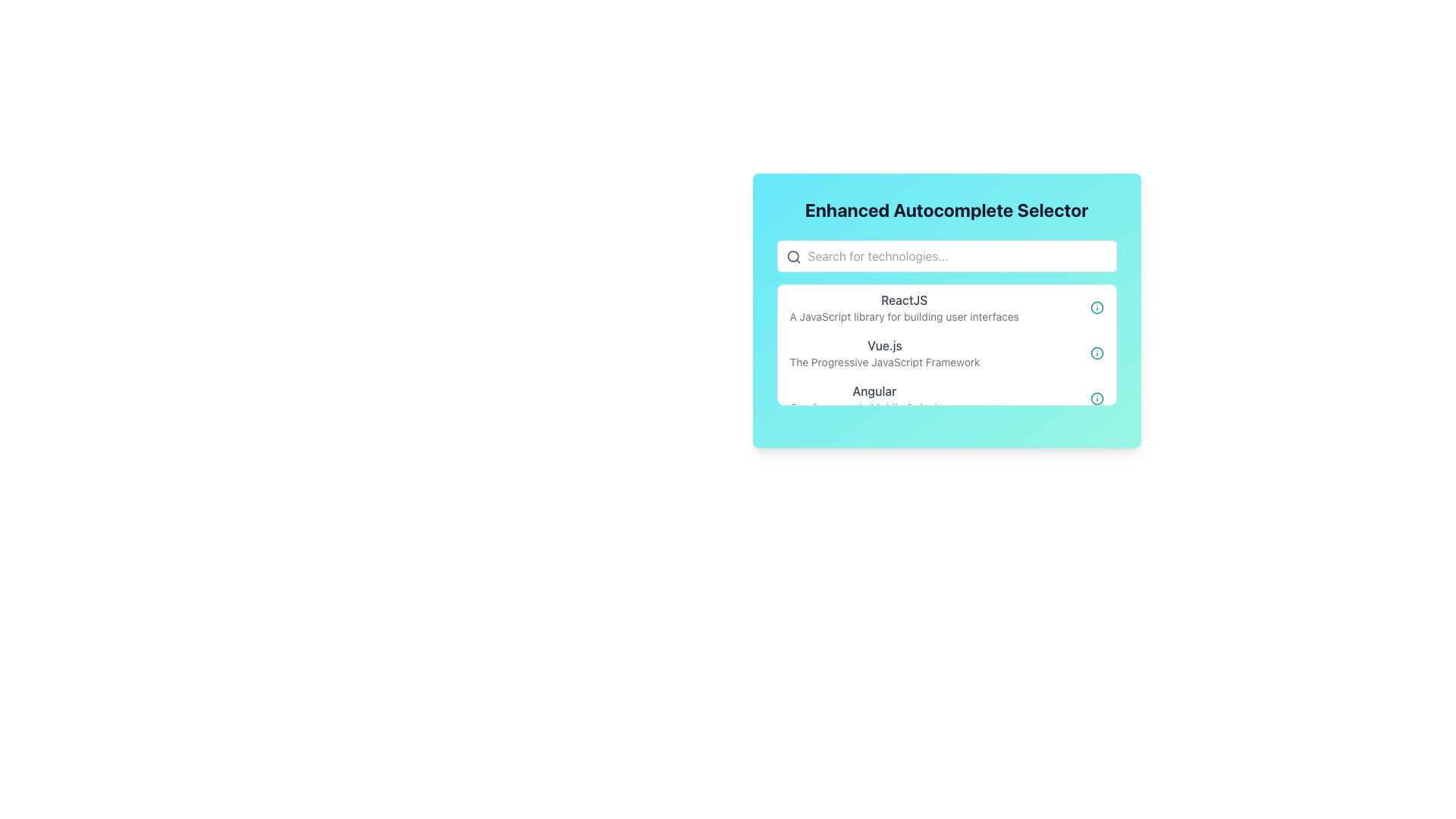 The width and height of the screenshot is (1456, 819). Describe the element at coordinates (884, 345) in the screenshot. I see `the text label that reads 'Vue.js', which is located between 'ReactJS' and 'Angular' in a vertical list of technologies` at that location.